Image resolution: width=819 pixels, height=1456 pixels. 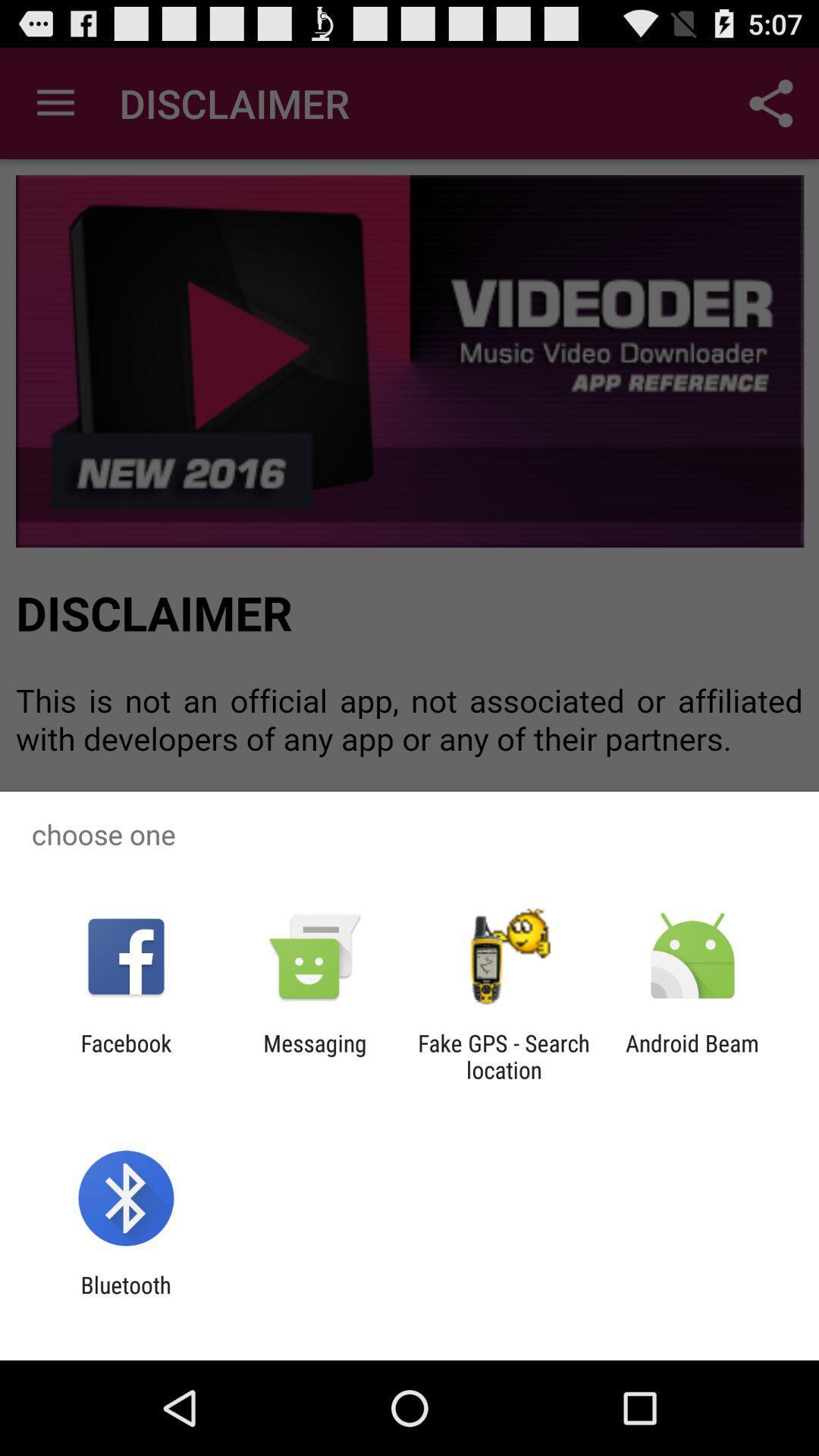 What do you see at coordinates (125, 1298) in the screenshot?
I see `the bluetooth app` at bounding box center [125, 1298].